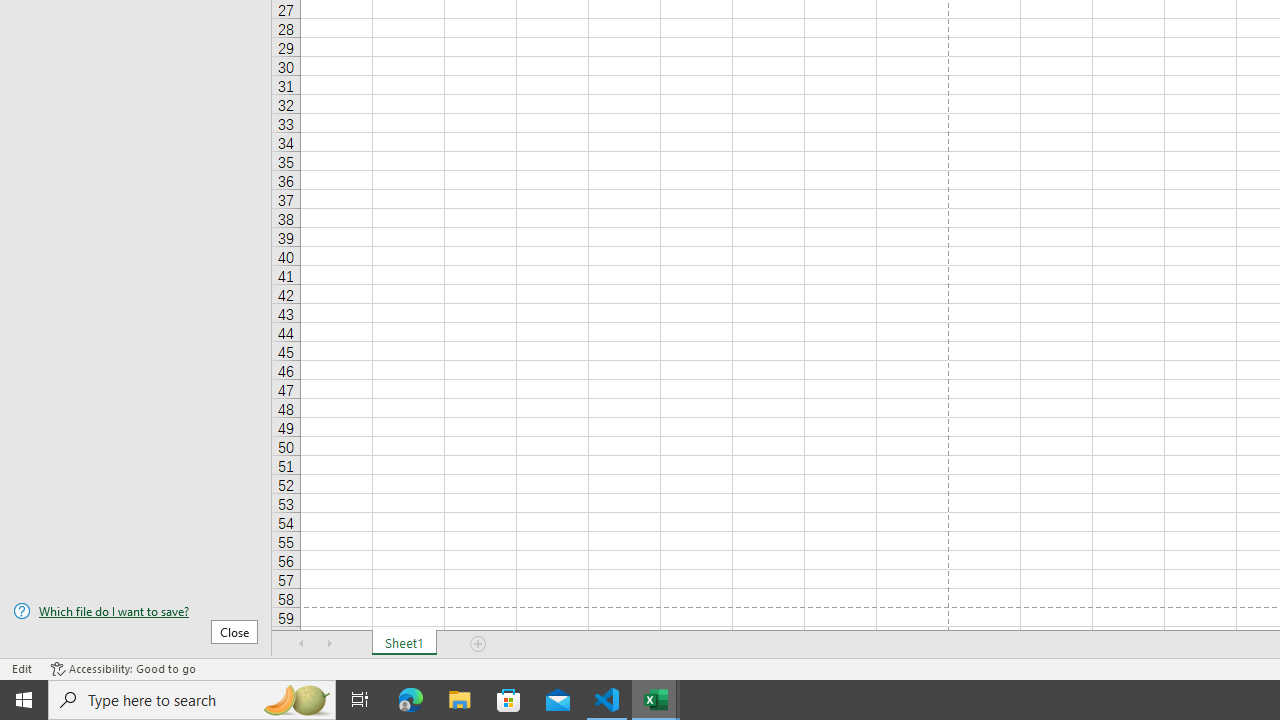  Describe the element at coordinates (135, 610) in the screenshot. I see `'Which file do I want to save?'` at that location.